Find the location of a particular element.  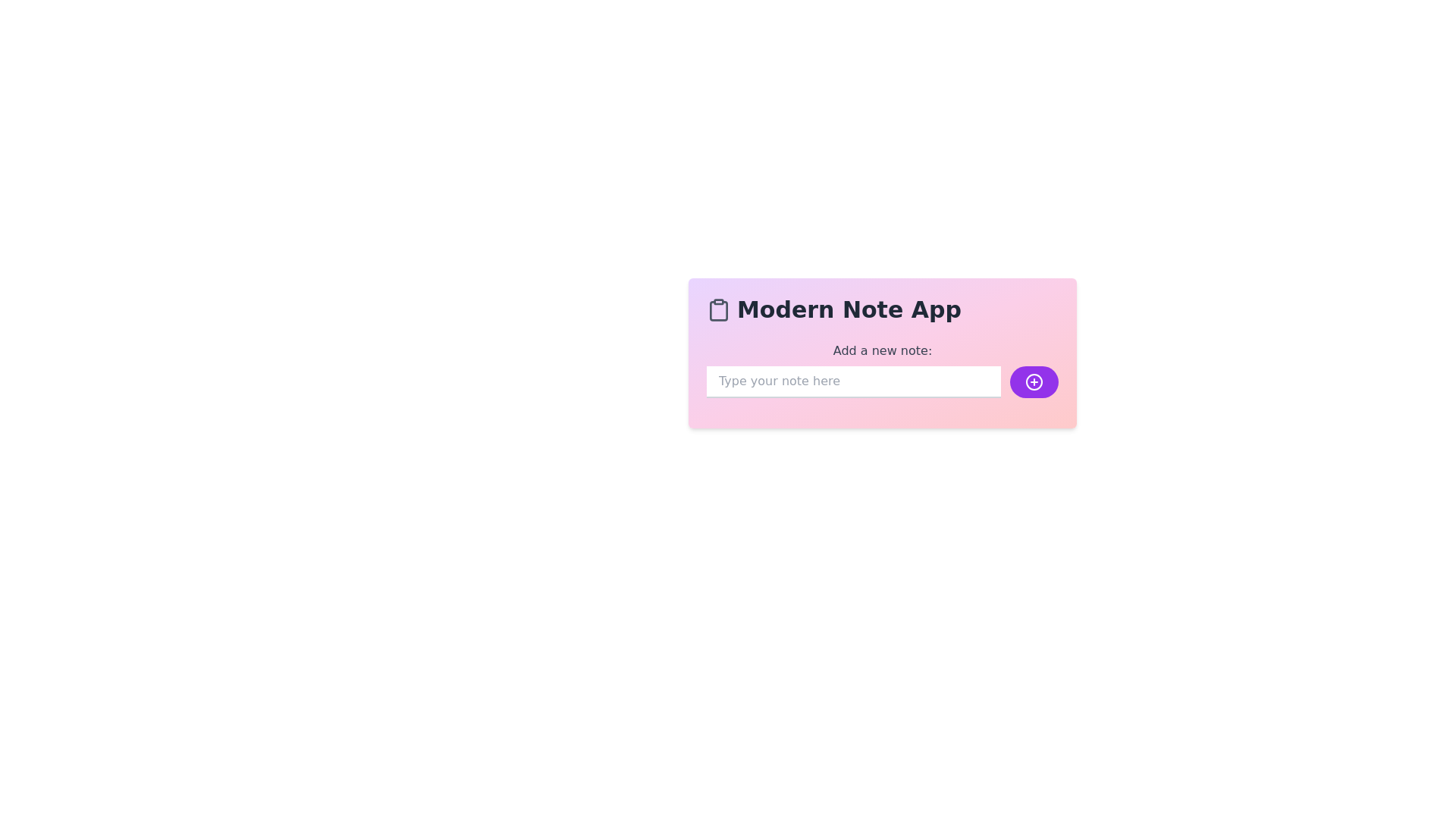

the circular outline within the '+' button icon located at the bottom-right corner of the pink note creation interface to trigger tooltip effects is located at coordinates (1033, 381).